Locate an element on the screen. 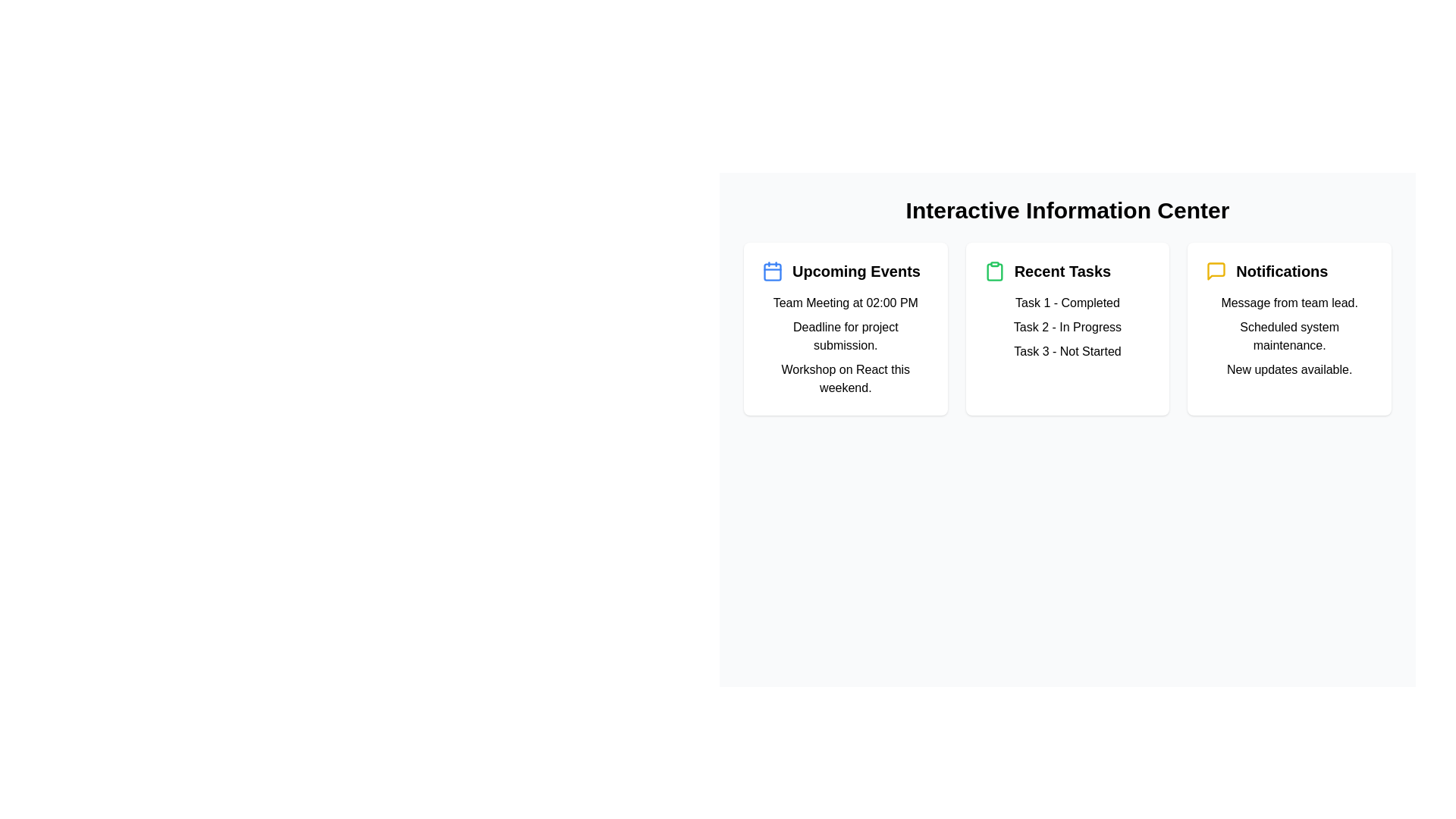  the text label displaying 'Deadline for project submission.' which is located within the 'Upcoming Events' card in a multi-card layout is located at coordinates (845, 335).